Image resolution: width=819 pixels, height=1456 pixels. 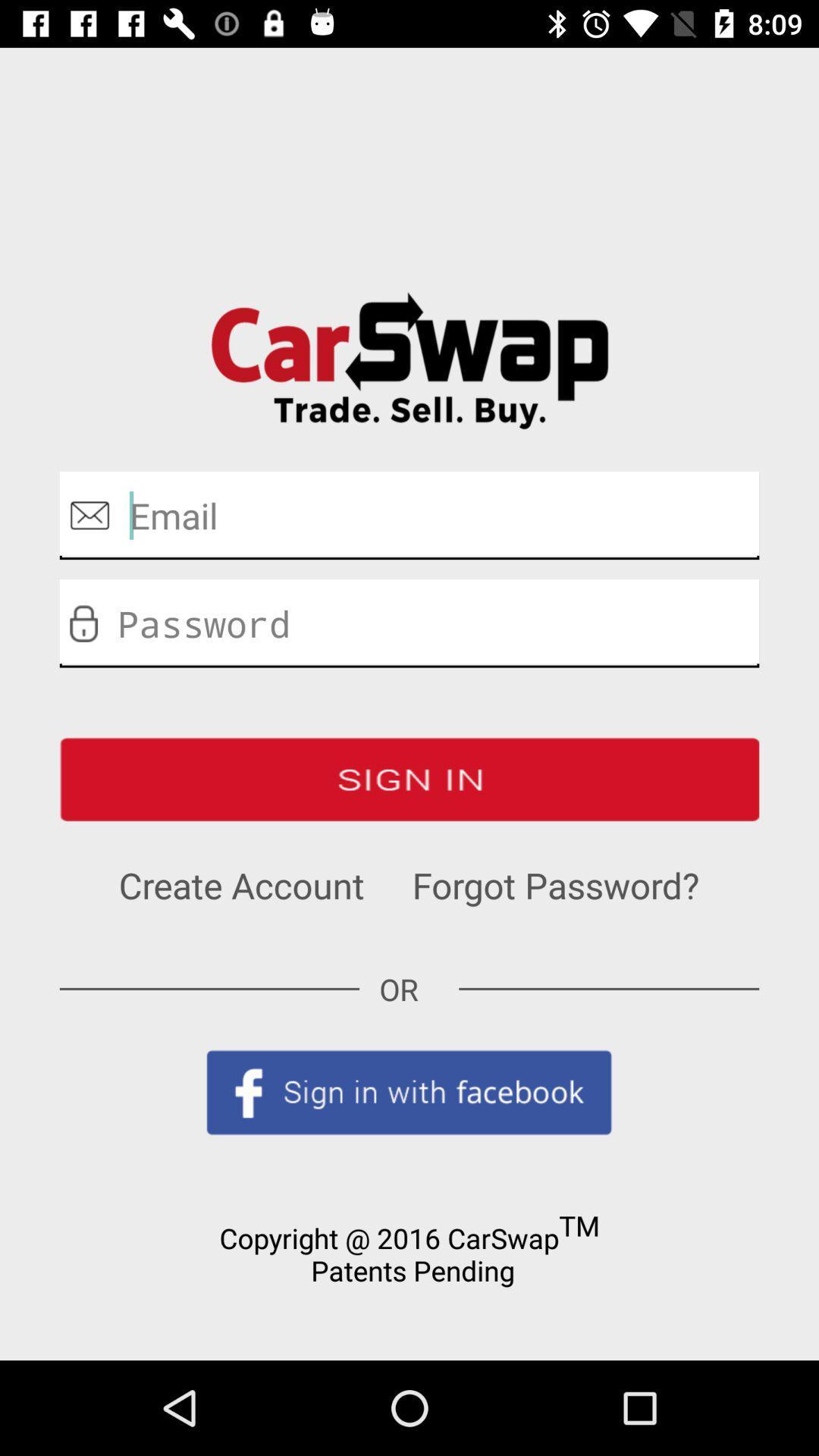 I want to click on press sign in option, so click(x=409, y=779).